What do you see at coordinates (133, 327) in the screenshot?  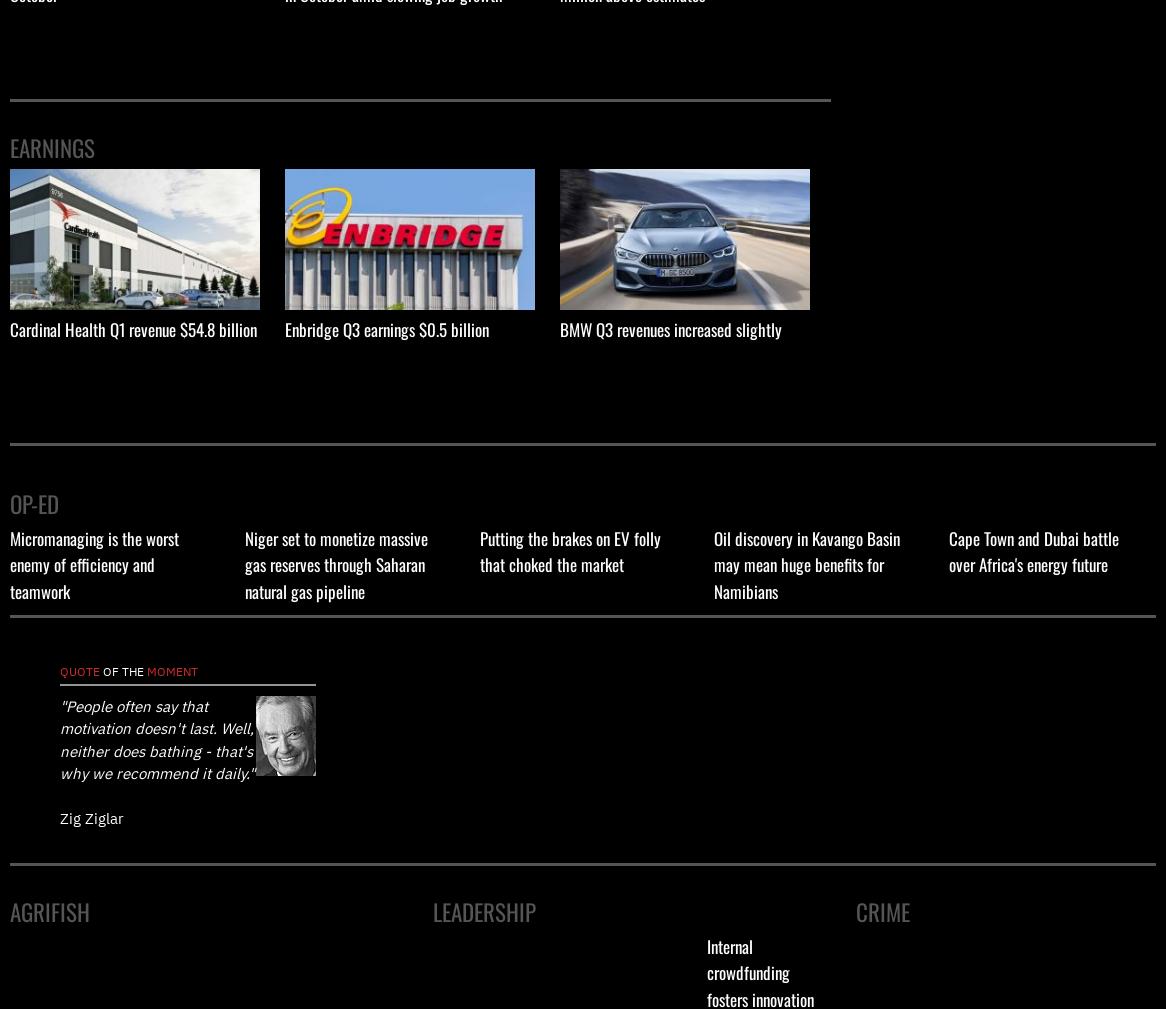 I see `'Cardinal Health Q1 revenue $54.8 billion'` at bounding box center [133, 327].